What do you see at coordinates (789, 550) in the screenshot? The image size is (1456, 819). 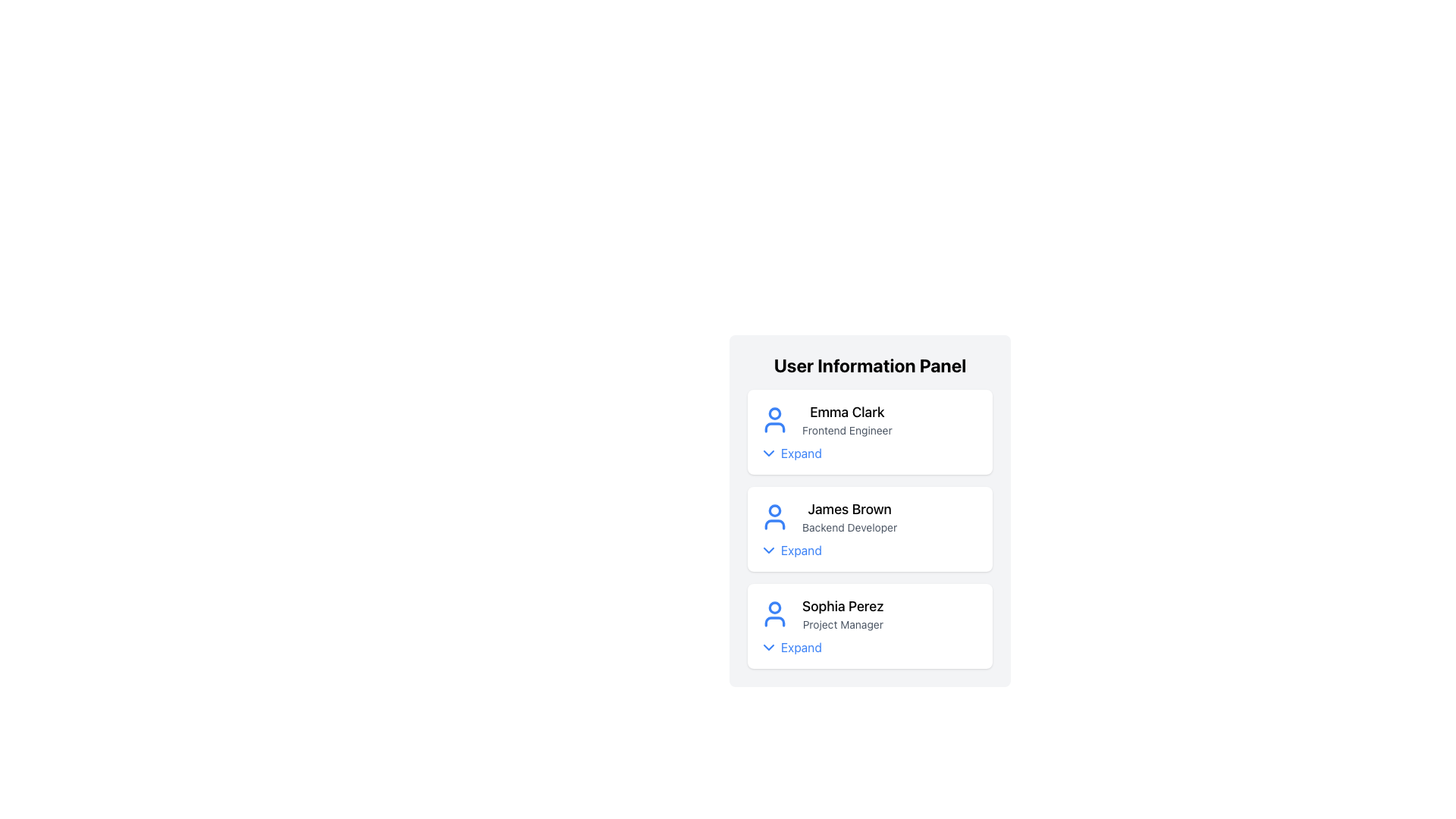 I see `the toggle button located beneath the name 'James Brown' and job title 'Backend Developer' in the second user card of the User Information Panel` at bounding box center [789, 550].